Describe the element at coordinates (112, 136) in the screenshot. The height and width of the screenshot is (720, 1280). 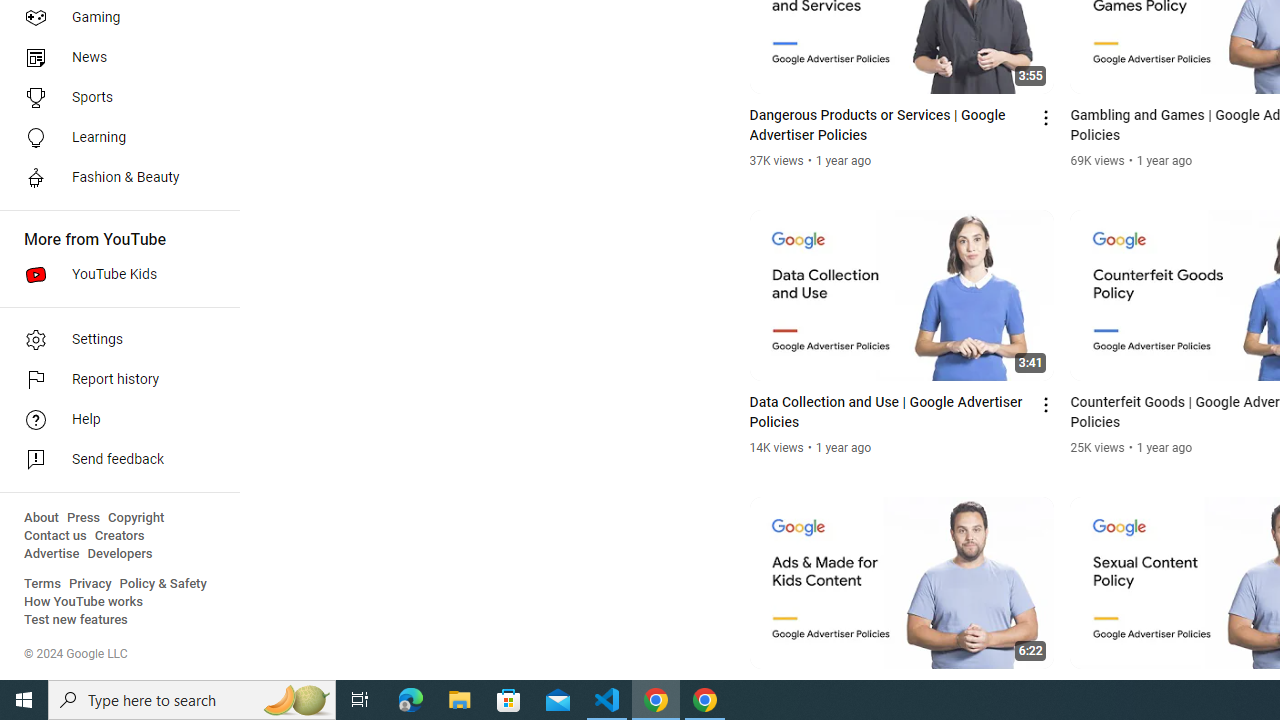
I see `'Learning'` at that location.